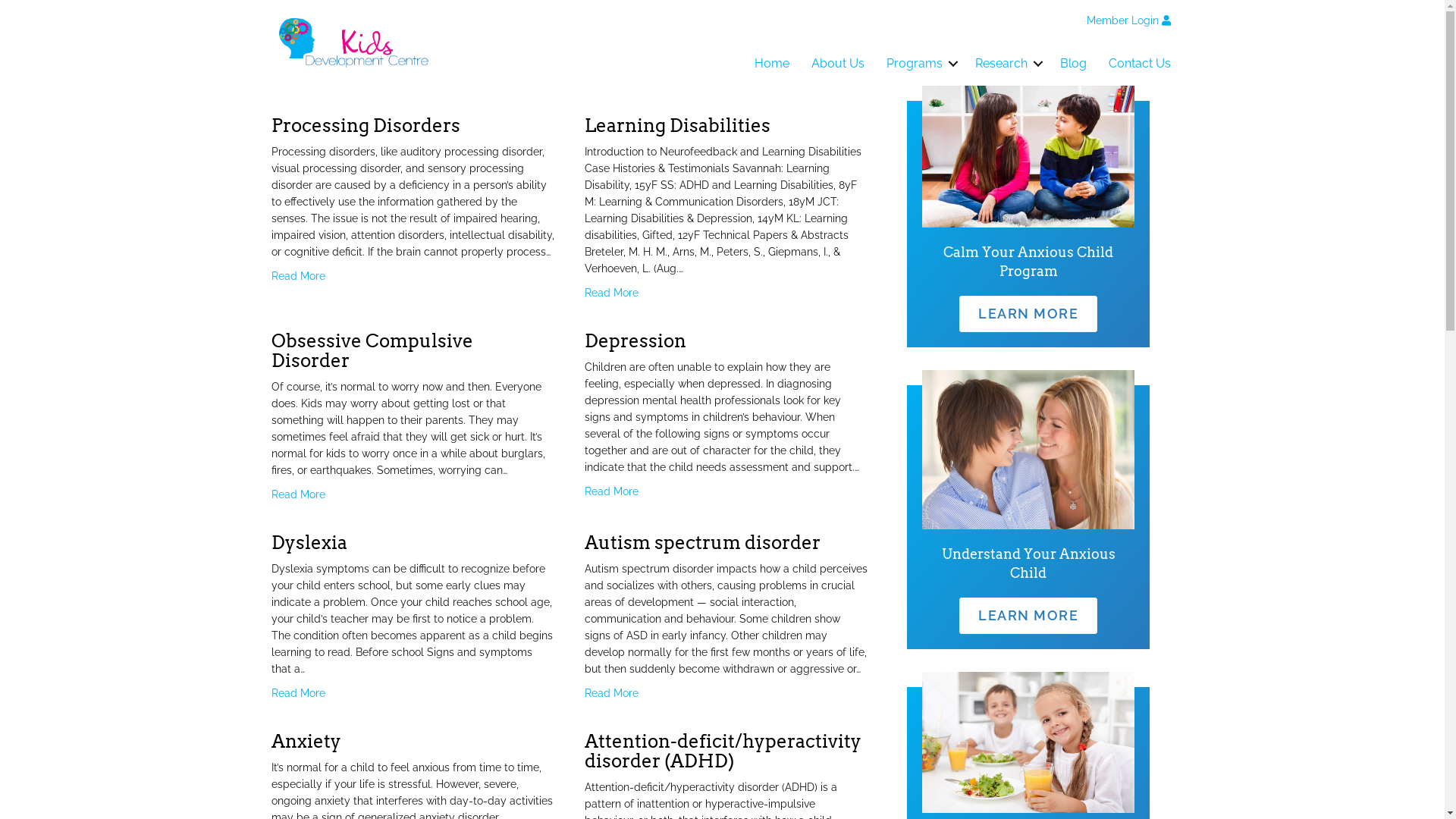 The image size is (1456, 819). Describe the element at coordinates (1028, 616) in the screenshot. I see `'LEARN MORE'` at that location.